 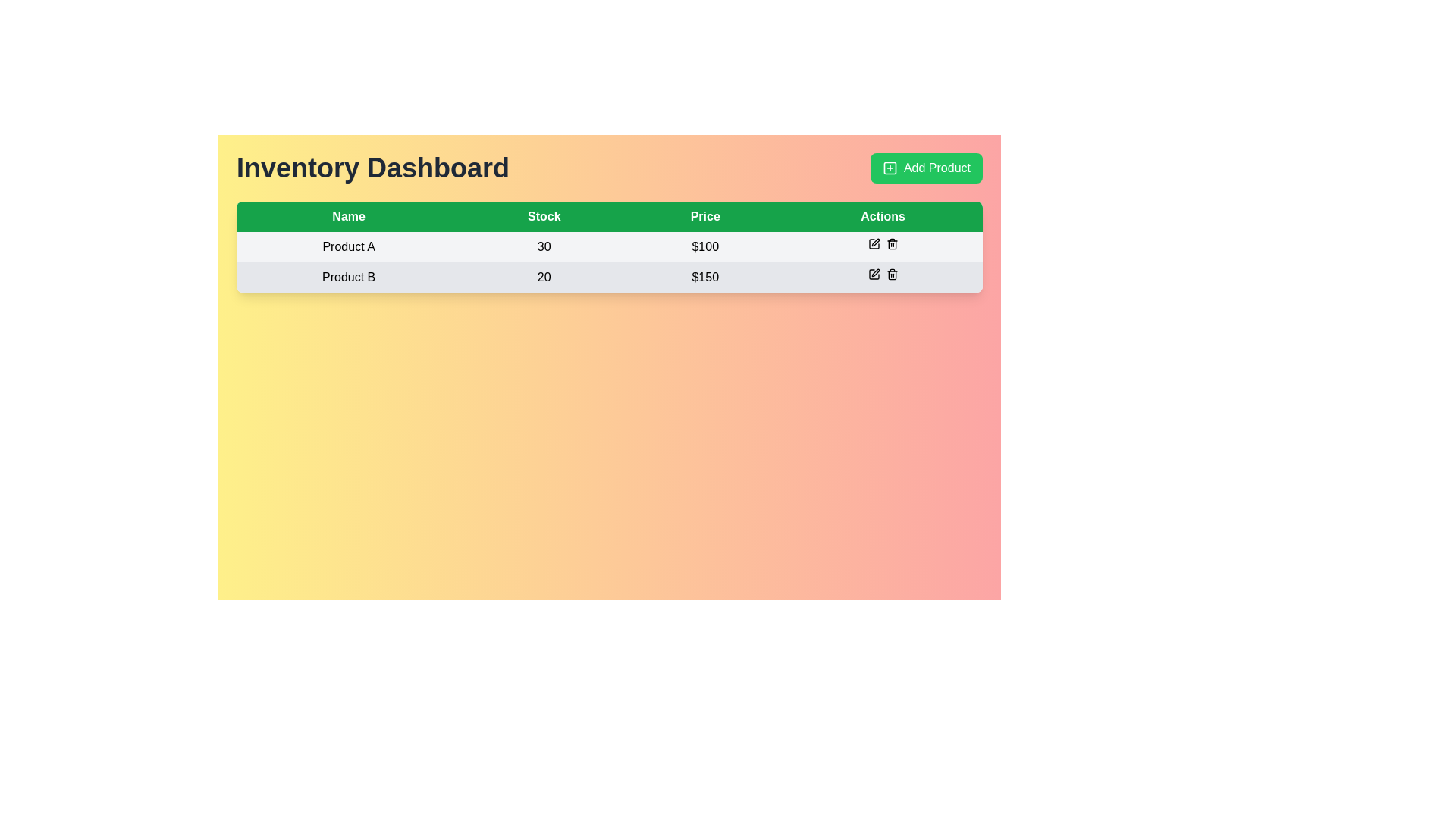 I want to click on the static text element that serves as the header for the inventory dashboard, located adjacent to the 'Add Product' button, so click(x=373, y=168).